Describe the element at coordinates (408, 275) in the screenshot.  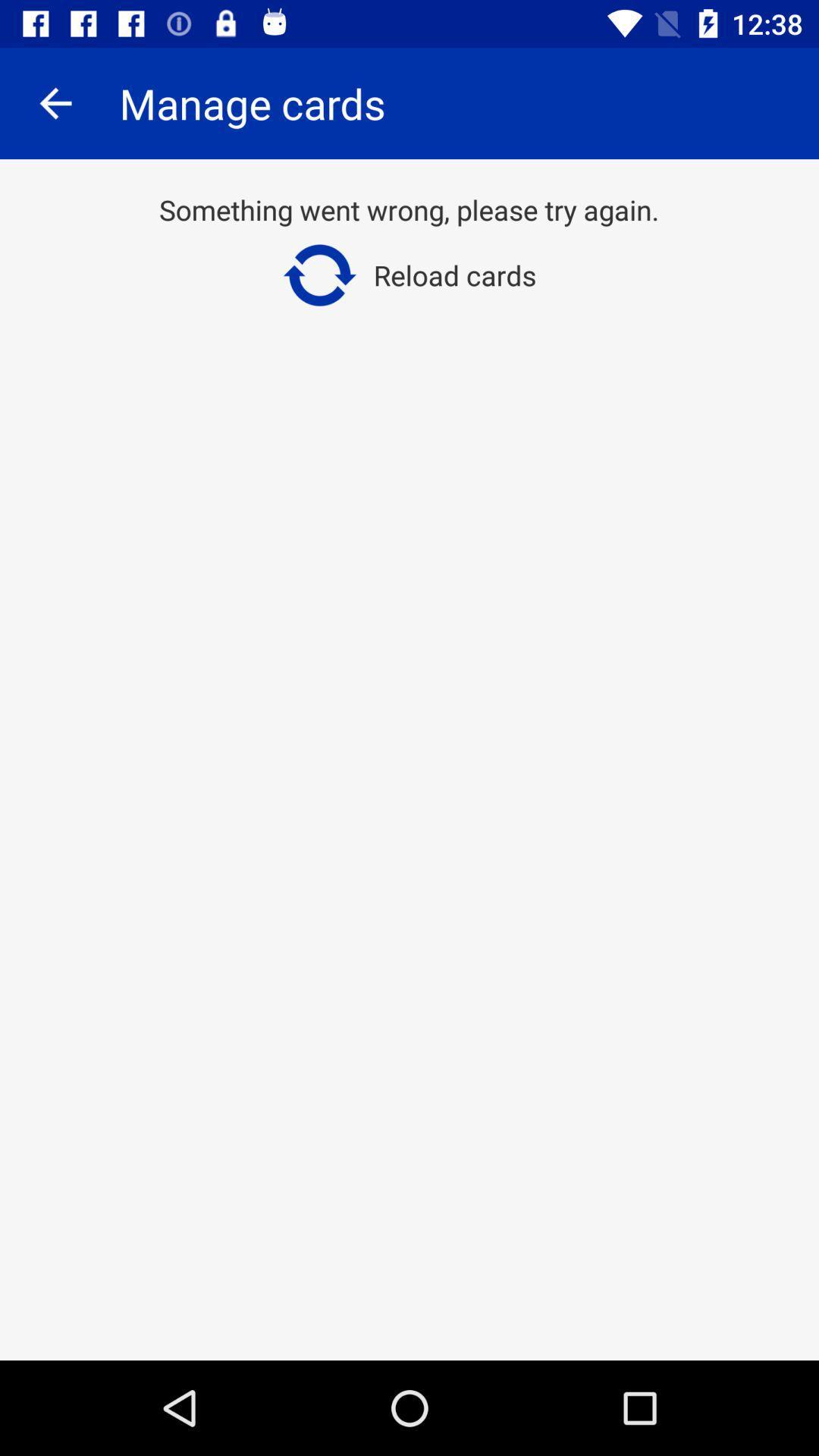
I see `the item below the something went wrong` at that location.